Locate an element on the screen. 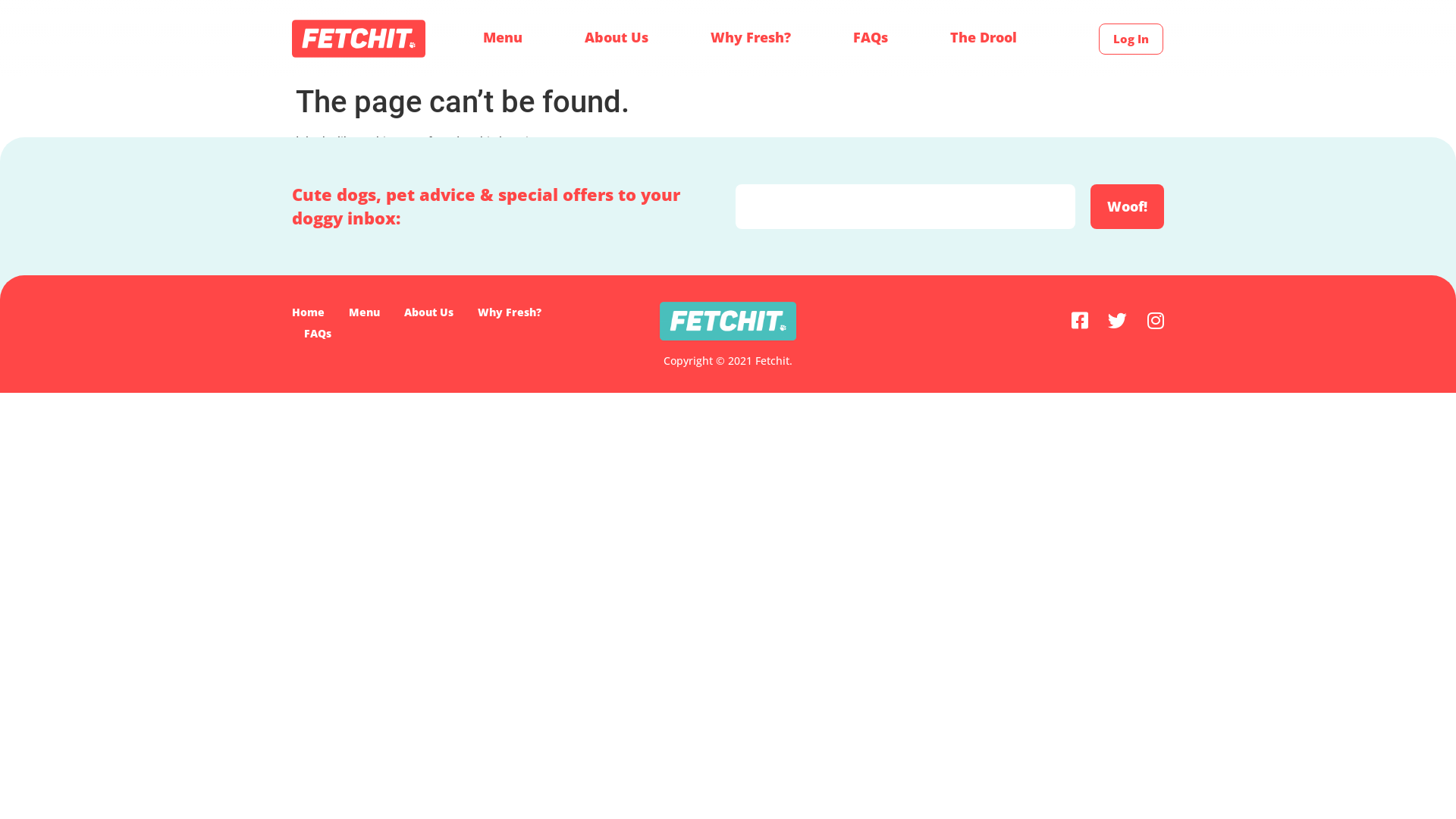  'About Us' is located at coordinates (616, 36).